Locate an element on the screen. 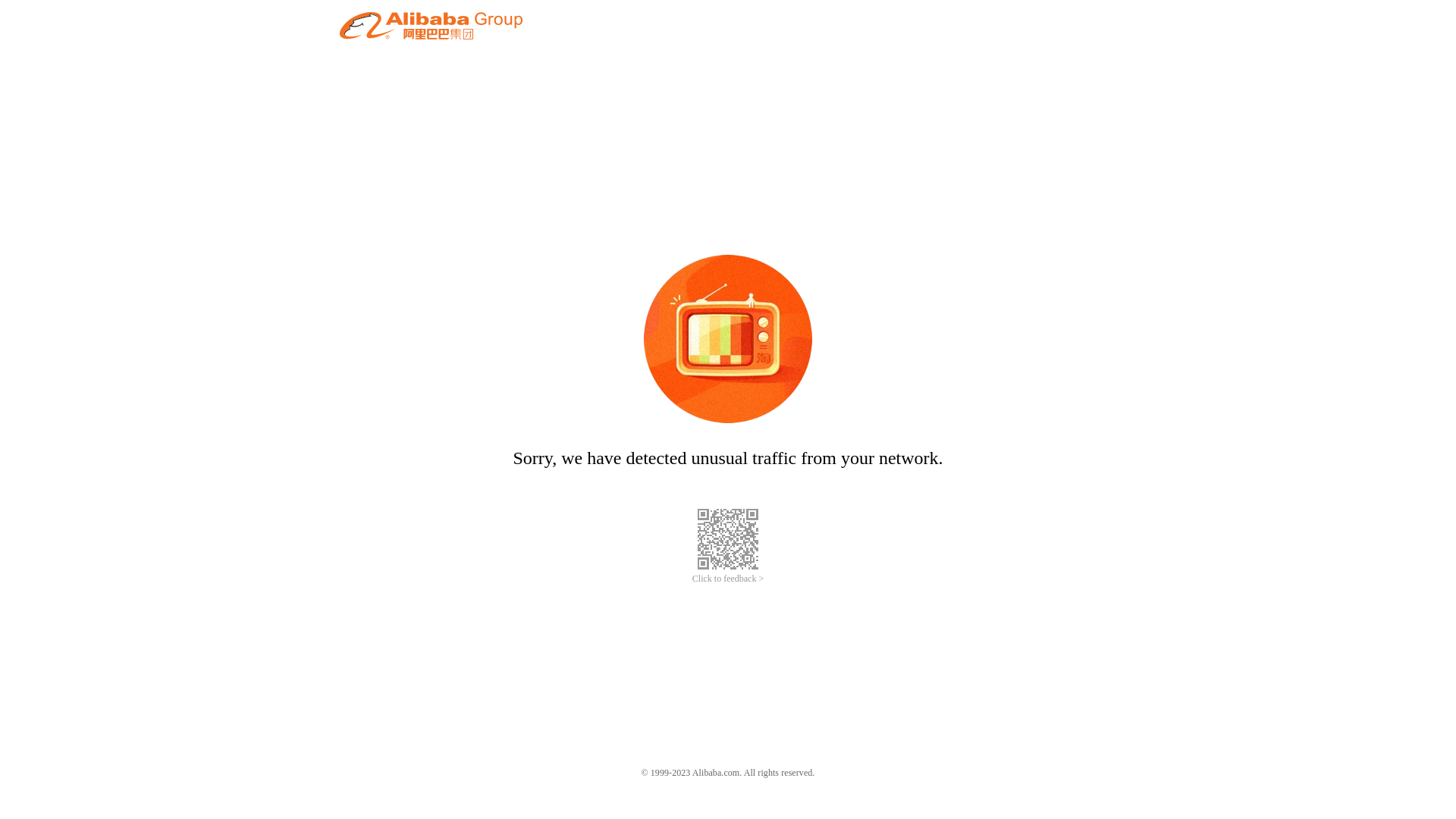 This screenshot has height=819, width=1456. 'Click to feedback >' is located at coordinates (691, 579).